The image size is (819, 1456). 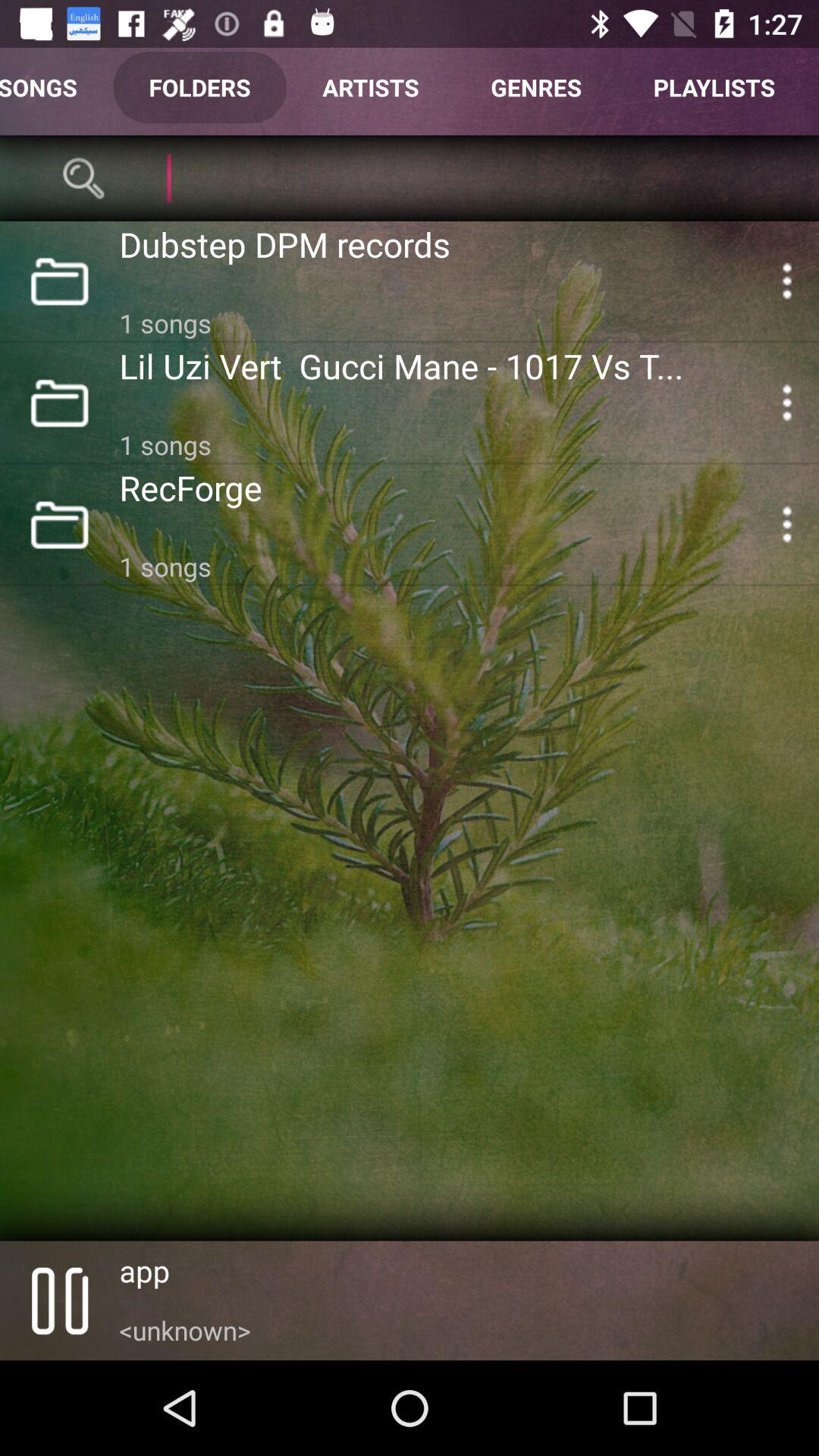 What do you see at coordinates (58, 1300) in the screenshot?
I see `the pause icon` at bounding box center [58, 1300].